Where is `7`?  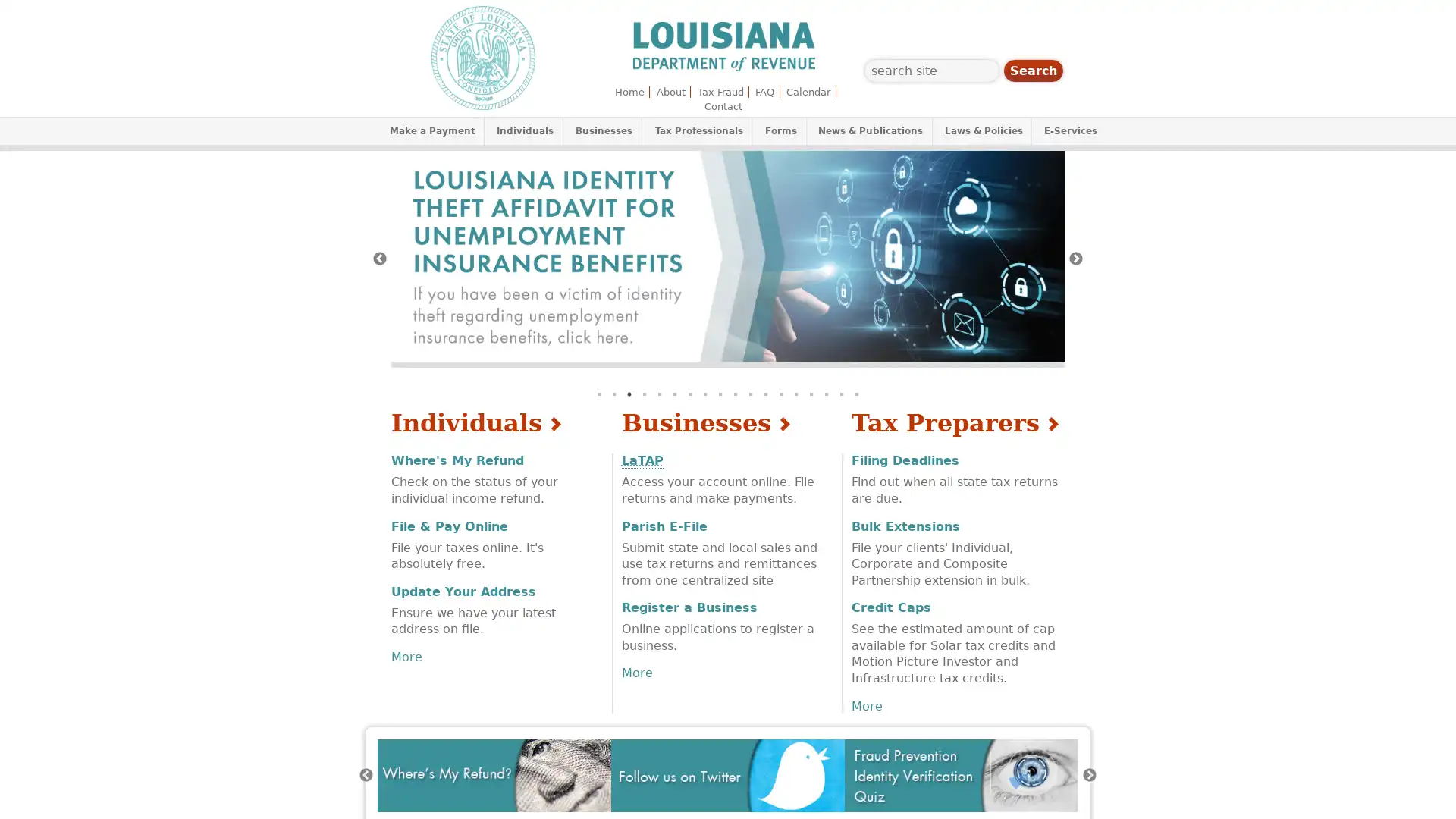
7 is located at coordinates (689, 394).